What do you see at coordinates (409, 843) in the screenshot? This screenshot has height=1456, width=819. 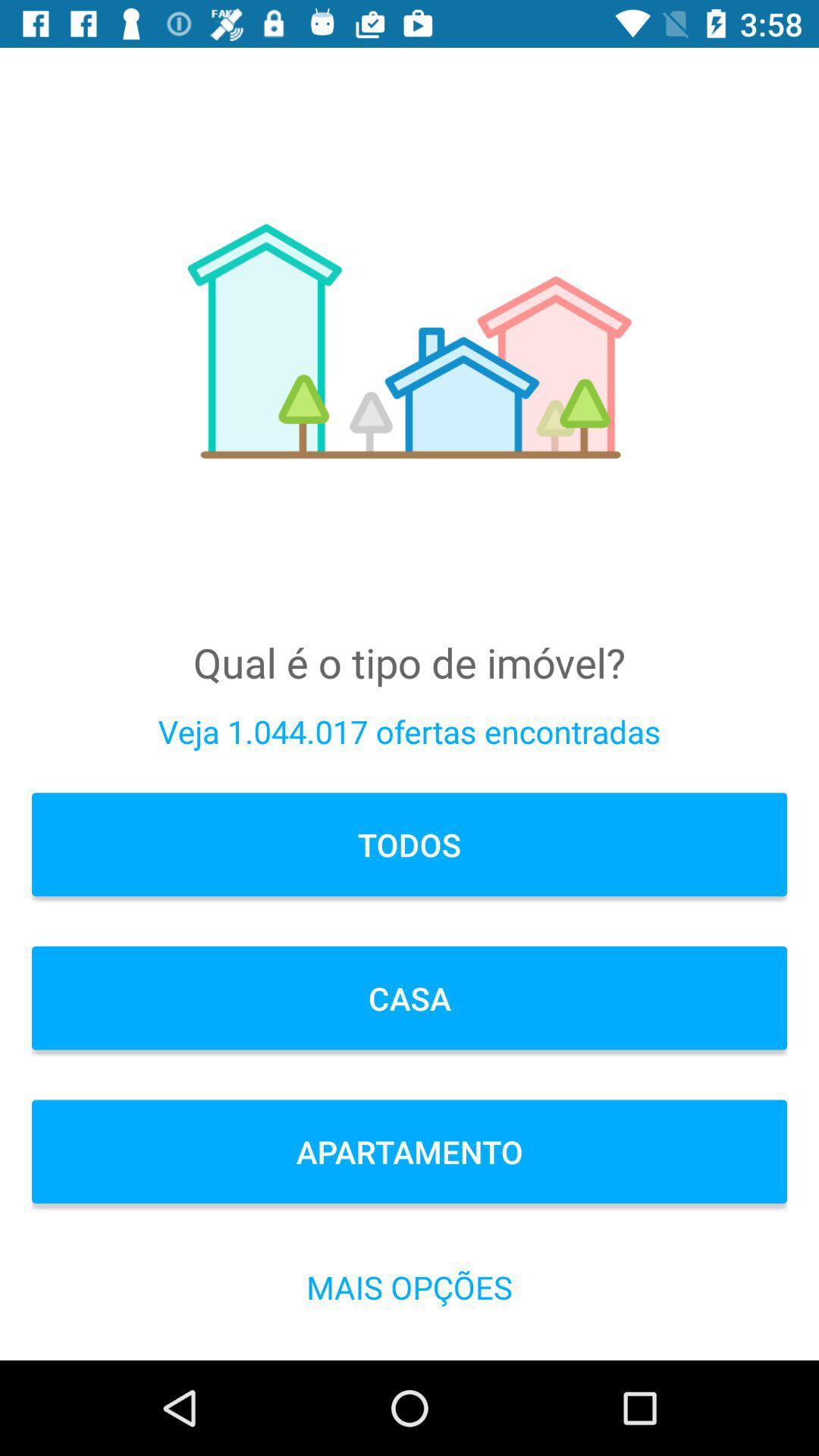 I see `todos` at bounding box center [409, 843].